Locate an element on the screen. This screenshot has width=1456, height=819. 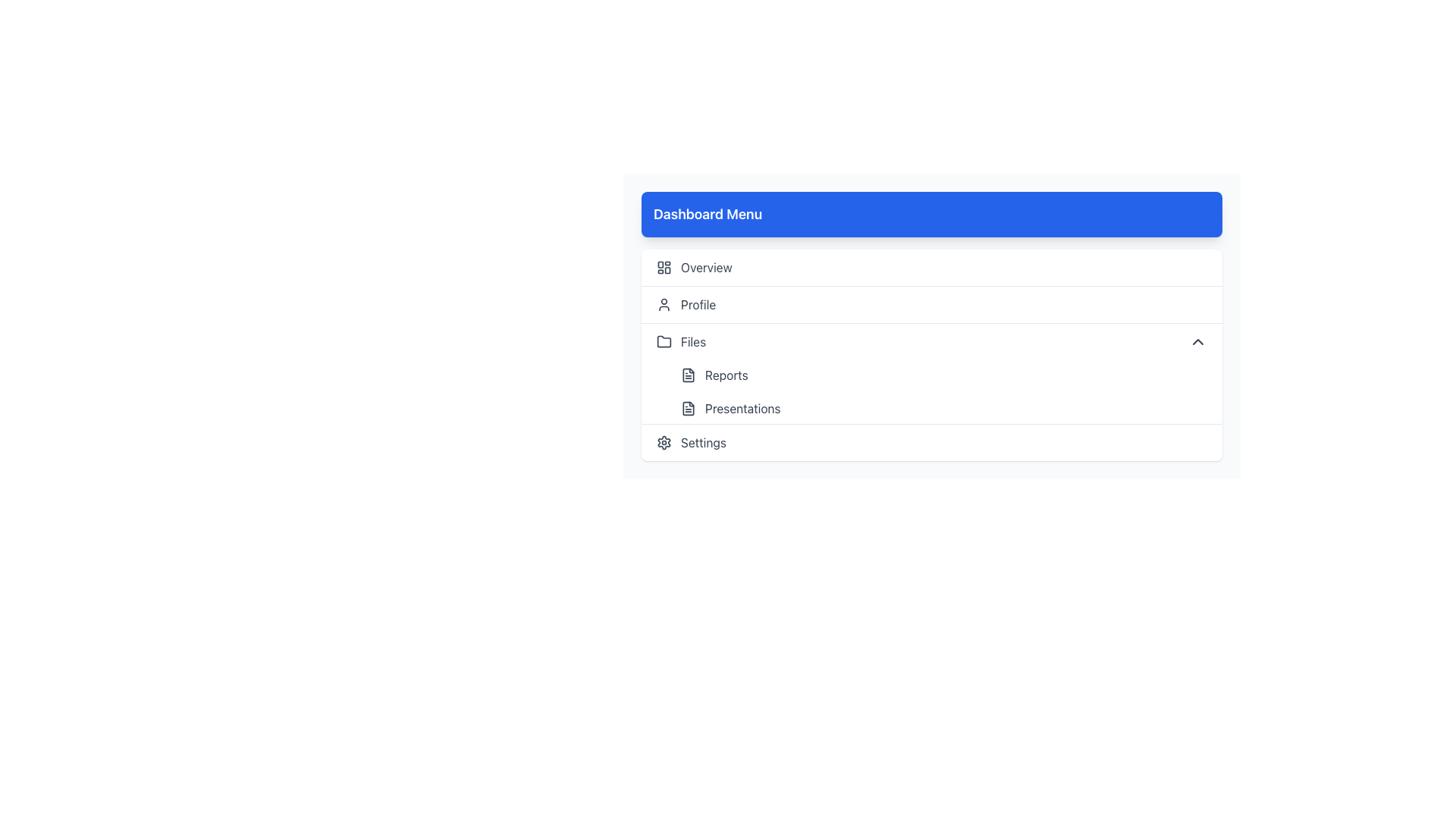
the small folder icon next to the 'Files' label in the vertical menu is located at coordinates (664, 341).